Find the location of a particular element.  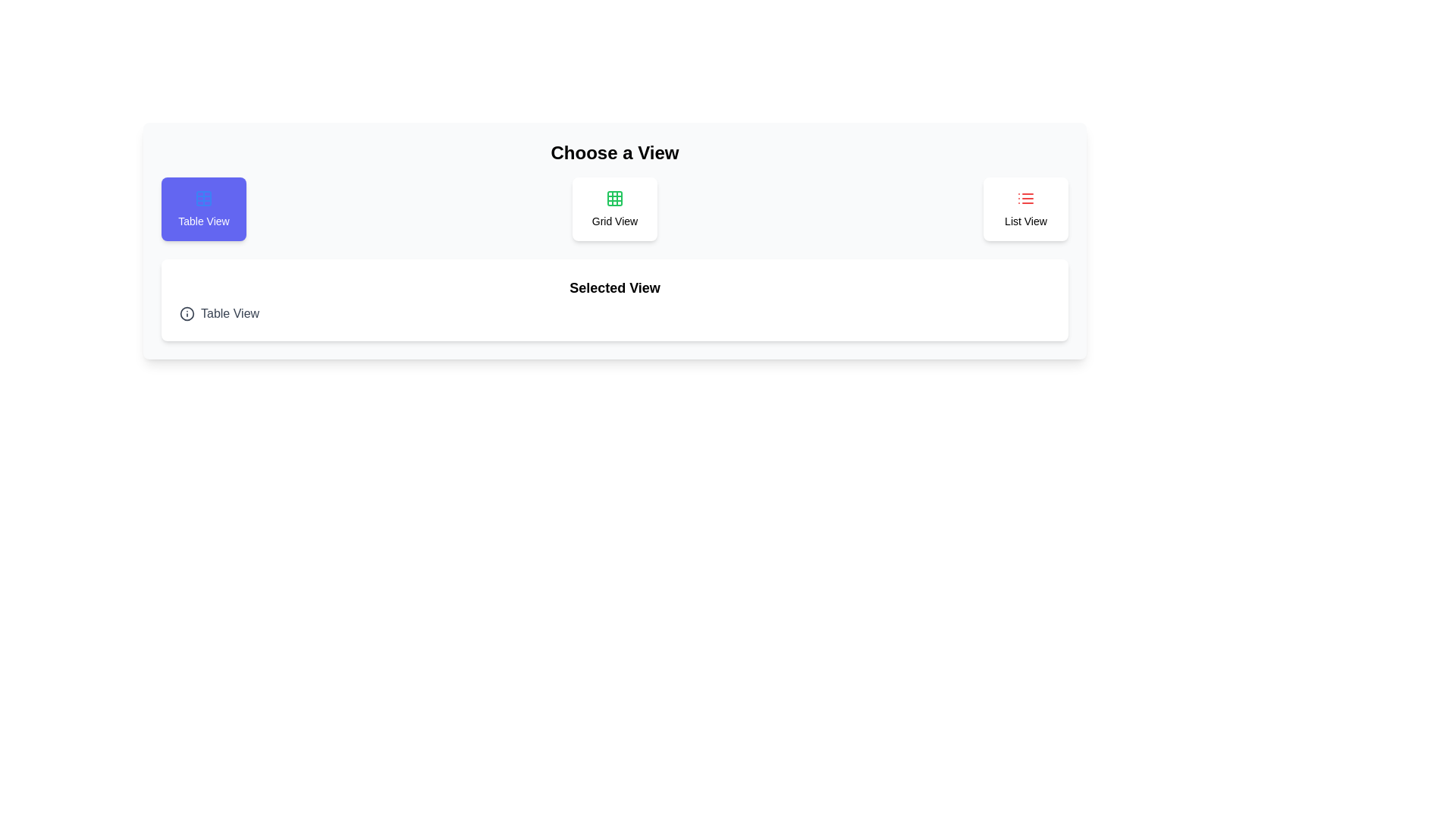

the blue rectangular icon with rounded corners located centrally within the 'Table View' button is located at coordinates (202, 198).